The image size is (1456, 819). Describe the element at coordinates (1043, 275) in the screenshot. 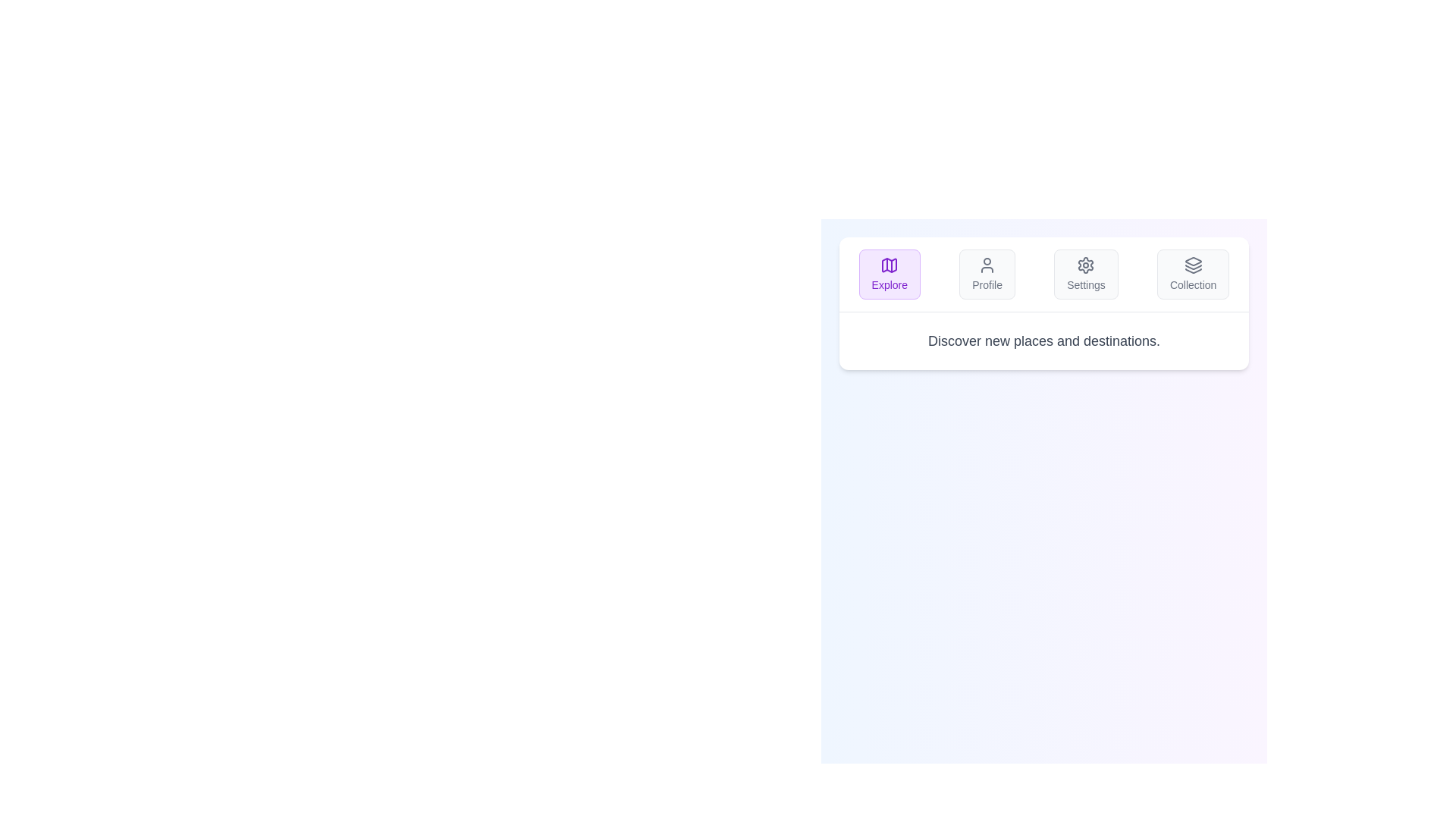

I see `the 'Settings' button in the horizontal navigation menu located near the top of the centered card` at that location.